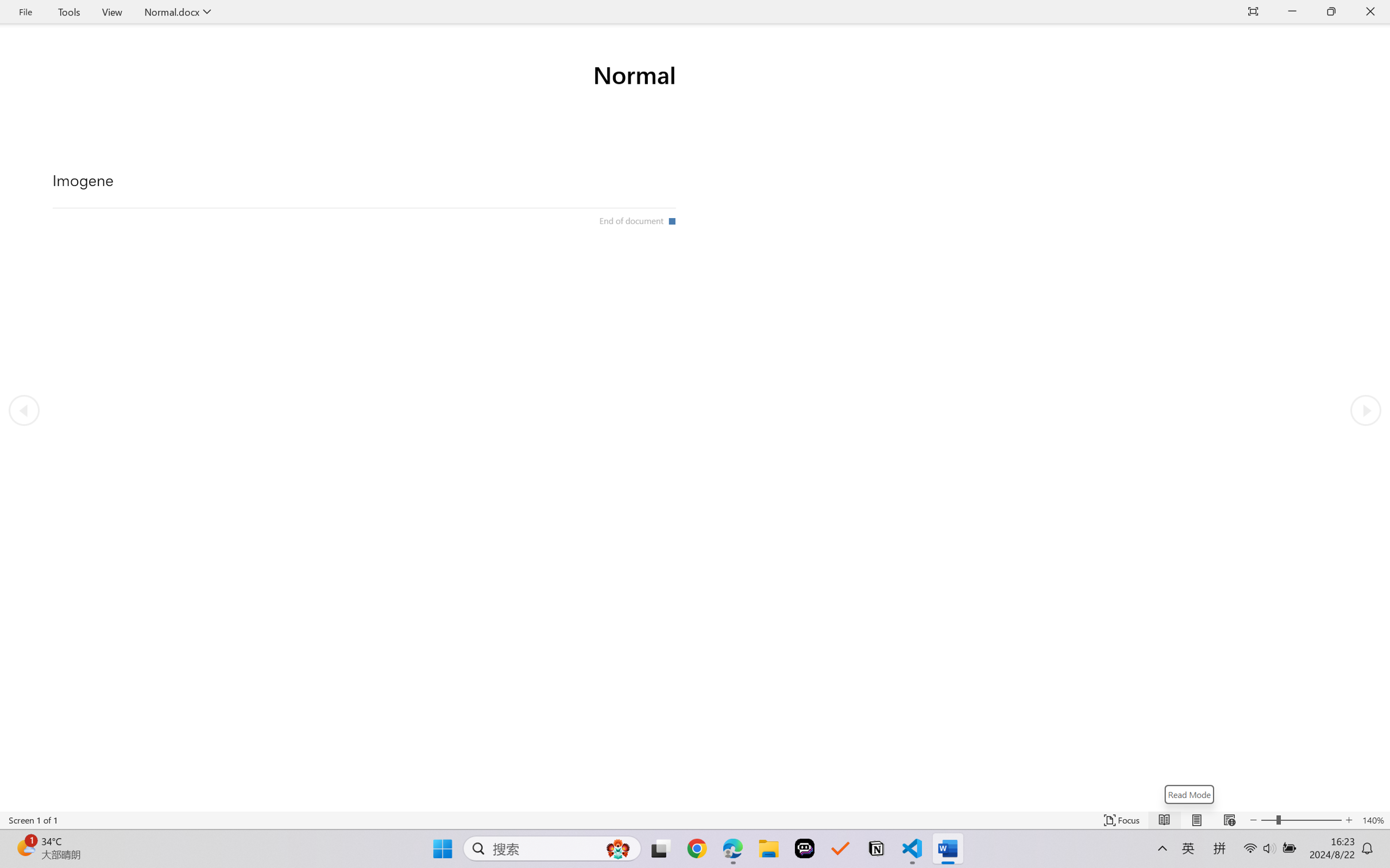 Image resolution: width=1390 pixels, height=868 pixels. What do you see at coordinates (69, 11) in the screenshot?
I see `'Tools'` at bounding box center [69, 11].